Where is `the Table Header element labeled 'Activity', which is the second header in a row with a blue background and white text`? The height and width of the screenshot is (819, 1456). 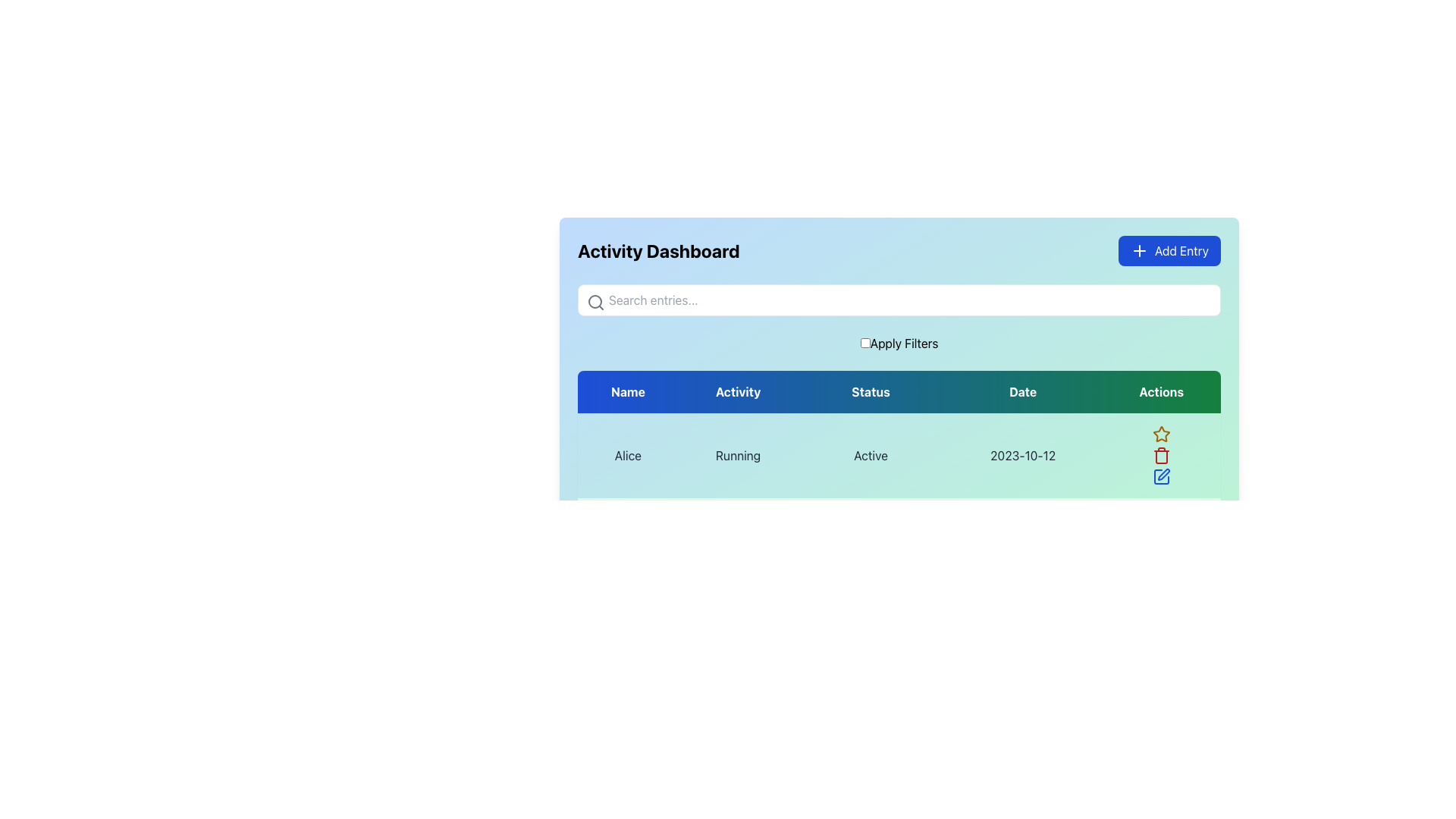 the Table Header element labeled 'Activity', which is the second header in a row with a blue background and white text is located at coordinates (738, 391).